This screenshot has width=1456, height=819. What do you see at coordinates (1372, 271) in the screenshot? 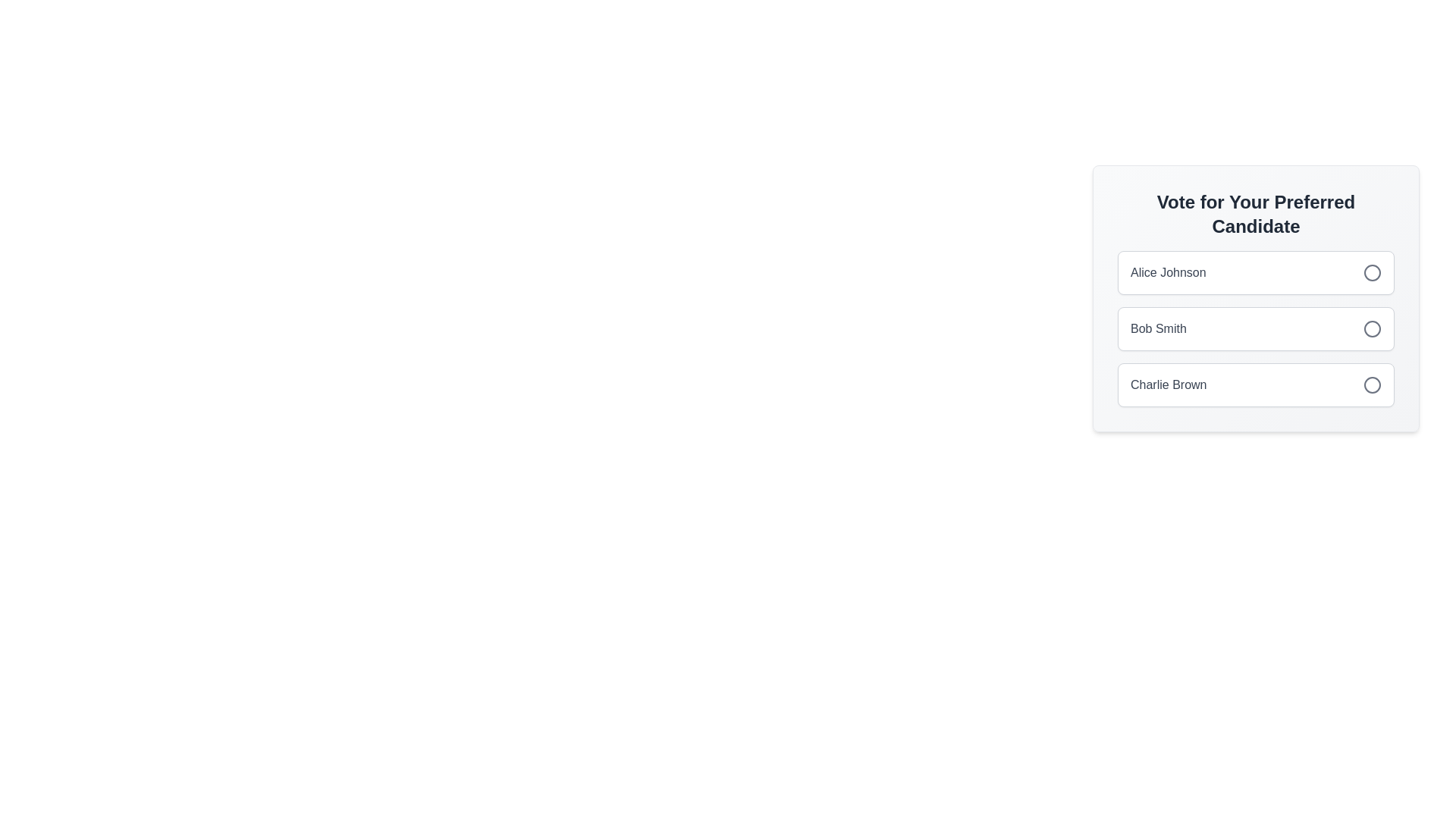
I see `the radio button located to the right of the text 'Alice Johnson'` at bounding box center [1372, 271].